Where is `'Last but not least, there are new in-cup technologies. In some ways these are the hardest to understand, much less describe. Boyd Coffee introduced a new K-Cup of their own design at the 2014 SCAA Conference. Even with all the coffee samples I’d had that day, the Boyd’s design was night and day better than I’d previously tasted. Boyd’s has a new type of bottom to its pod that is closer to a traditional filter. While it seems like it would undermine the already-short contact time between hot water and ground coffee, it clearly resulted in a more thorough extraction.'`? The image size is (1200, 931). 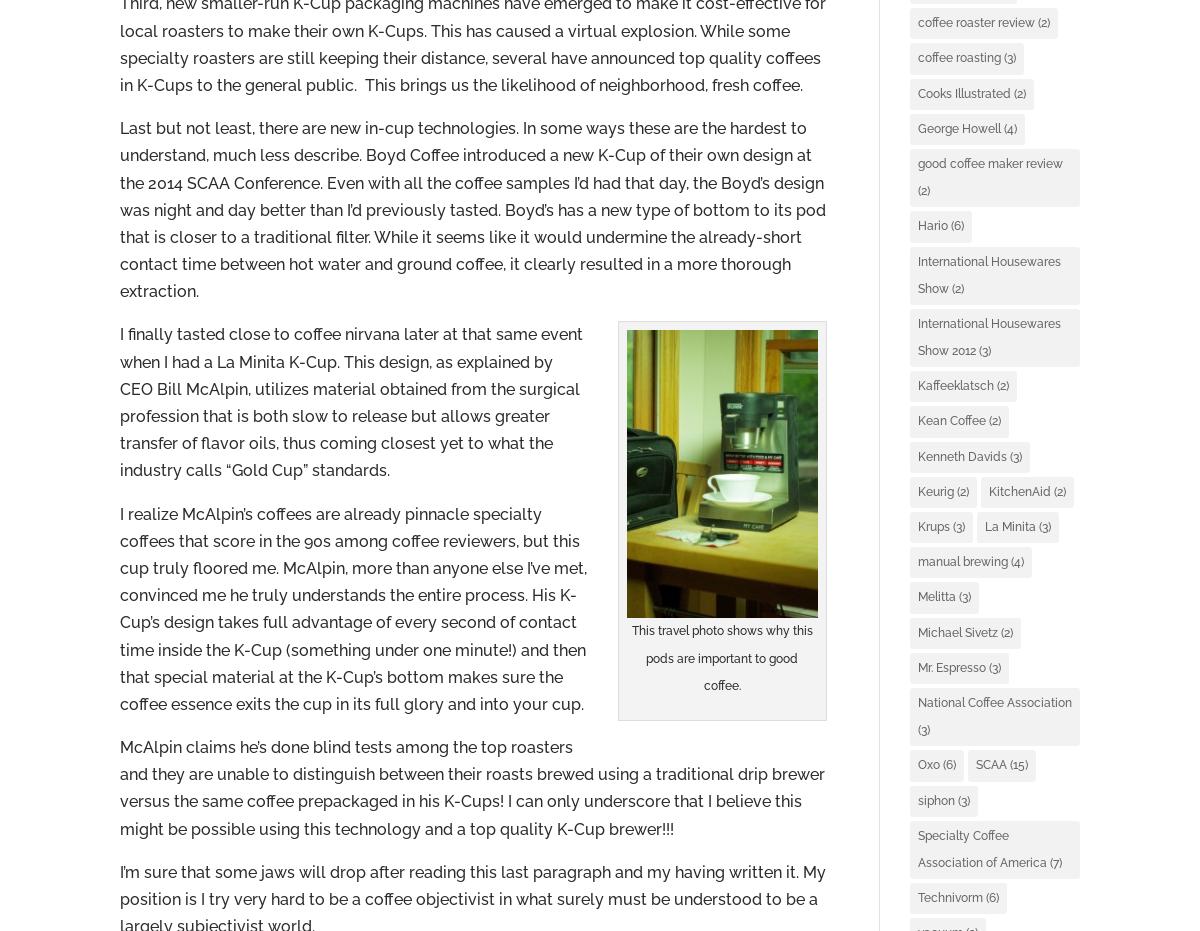 'Last but not least, there are new in-cup technologies. In some ways these are the hardest to understand, much less describe. Boyd Coffee introduced a new K-Cup of their own design at the 2014 SCAA Conference. Even with all the coffee samples I’d had that day, the Boyd’s design was night and day better than I’d previously tasted. Boyd’s has a new type of bottom to its pod that is closer to a traditional filter. While it seems like it would undermine the already-short contact time between hot water and ground coffee, it clearly resulted in a more thorough extraction.' is located at coordinates (472, 210).